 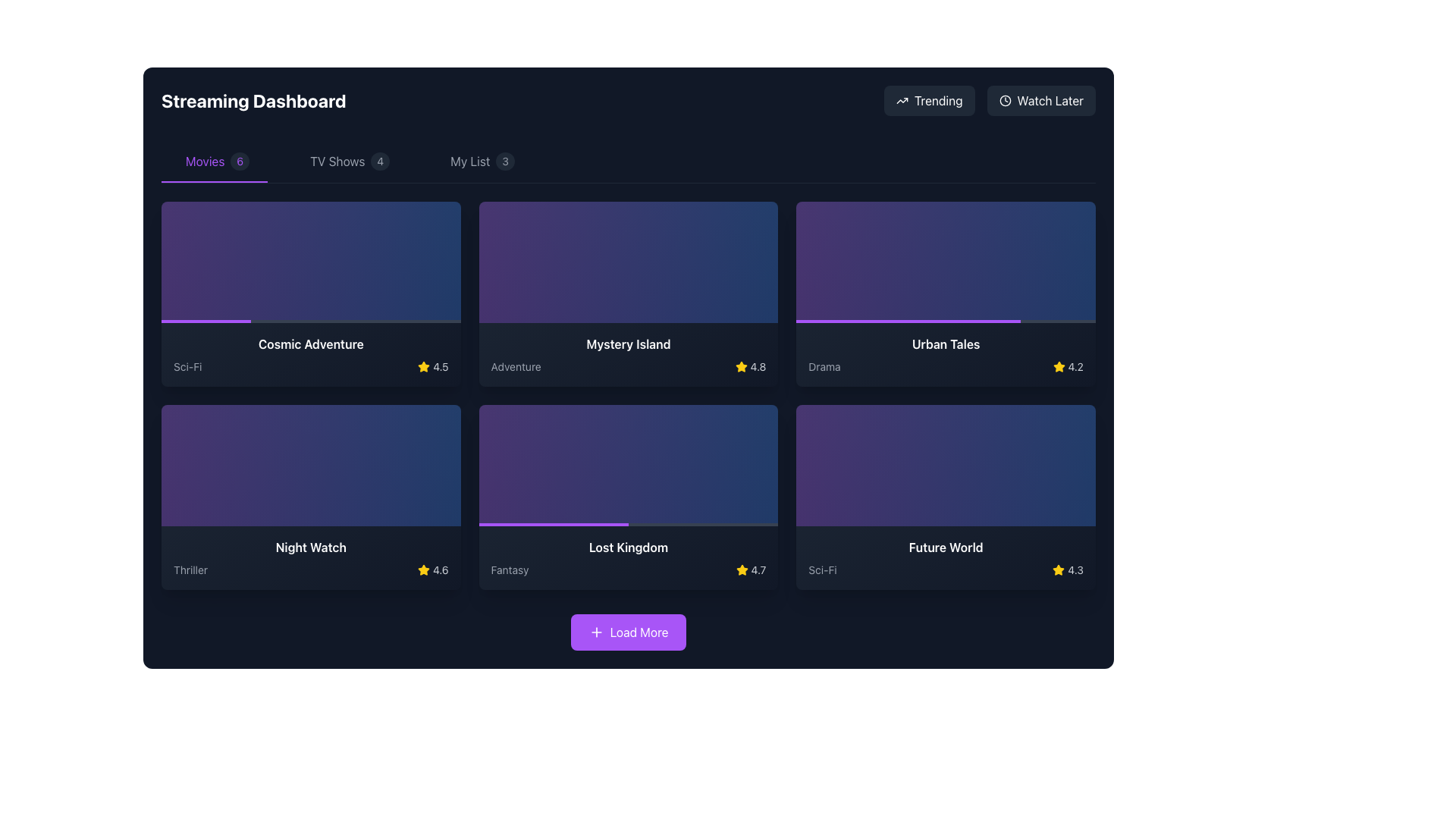 I want to click on the small yellow star icon representing a rating, located below the 'Urban Tales' card in the movie dashboard grid, so click(x=1058, y=366).